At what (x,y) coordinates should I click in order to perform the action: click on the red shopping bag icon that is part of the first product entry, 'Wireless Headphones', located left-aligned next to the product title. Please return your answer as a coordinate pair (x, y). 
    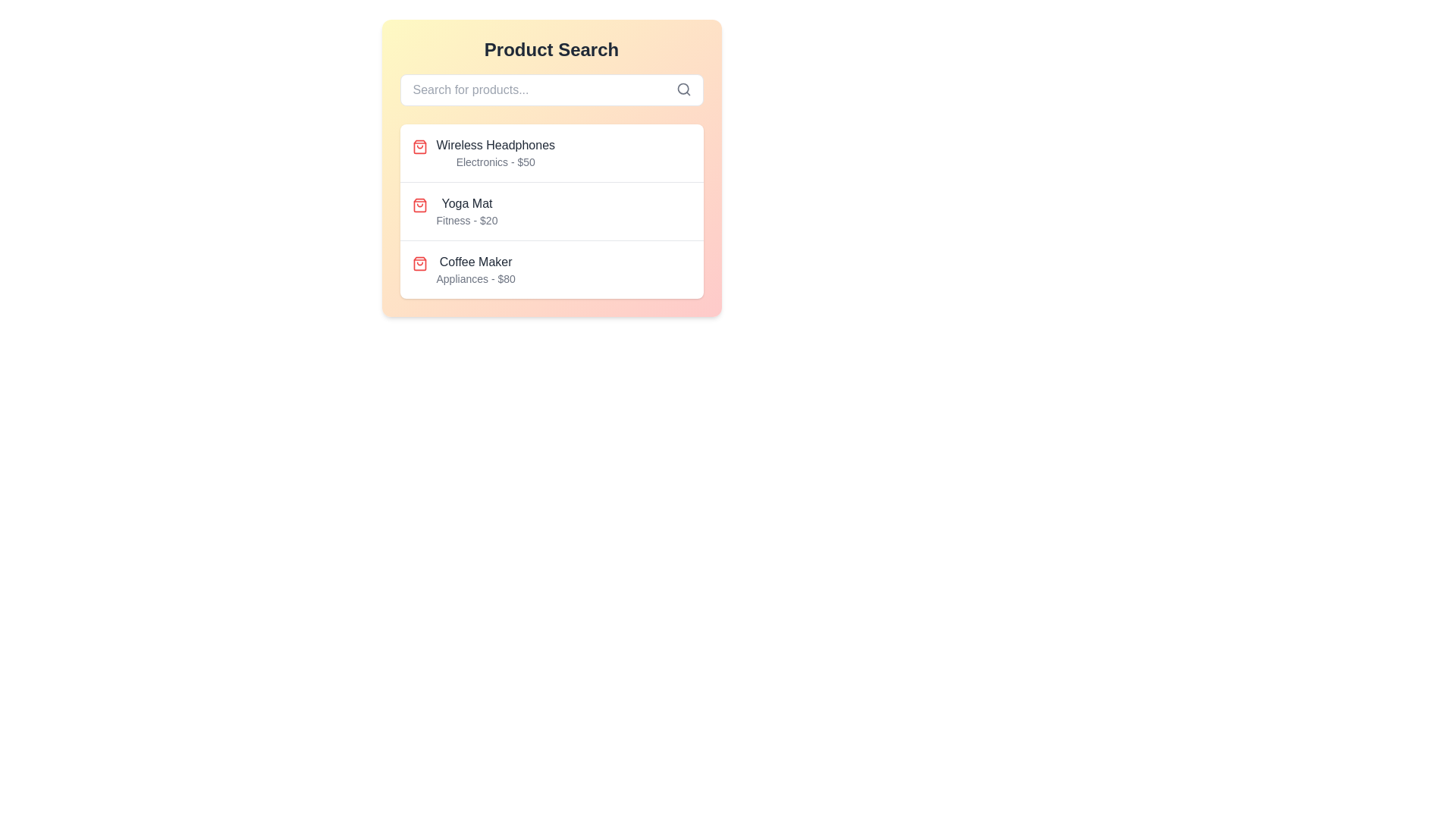
    Looking at the image, I should click on (419, 146).